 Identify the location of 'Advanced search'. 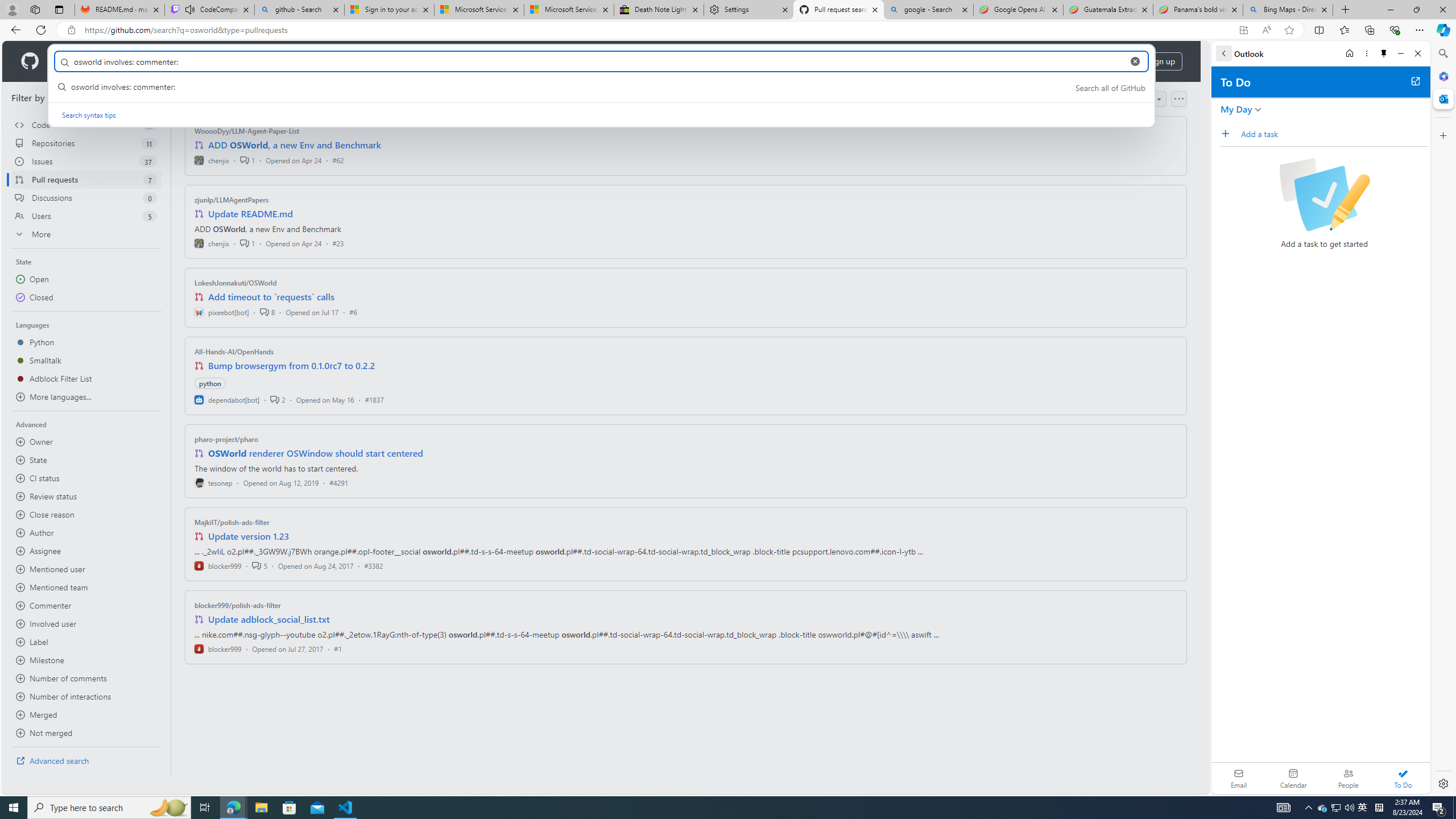
(86, 760).